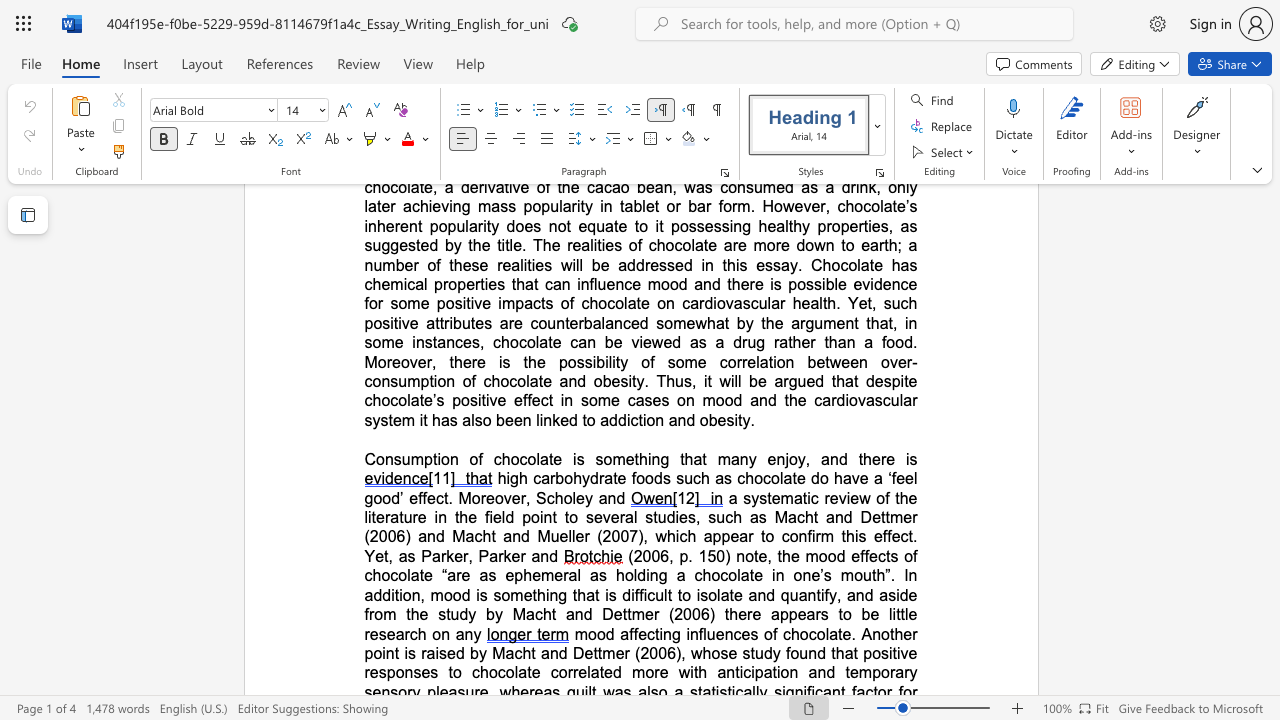 The height and width of the screenshot is (720, 1280). What do you see at coordinates (907, 535) in the screenshot?
I see `the subset text "t. Ye" within the text "this effect. Yet, as Parker, Parker and"` at bounding box center [907, 535].